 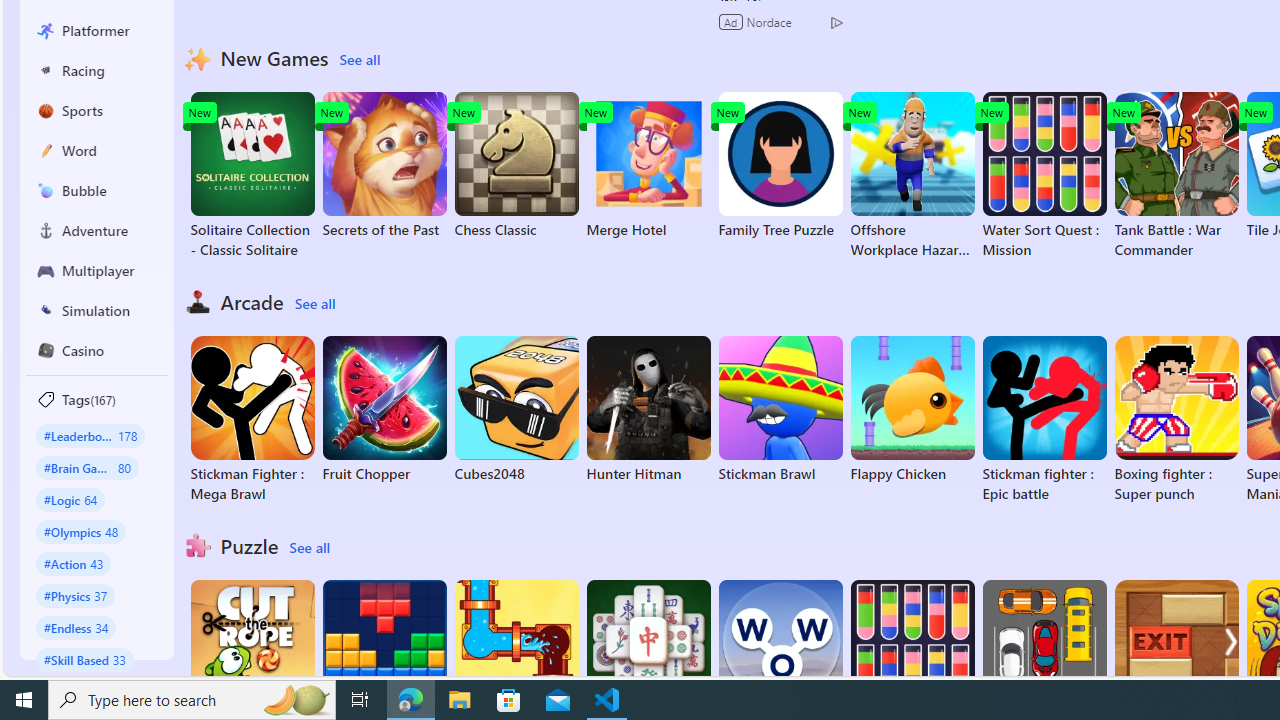 What do you see at coordinates (74, 563) in the screenshot?
I see `'#Action 43'` at bounding box center [74, 563].